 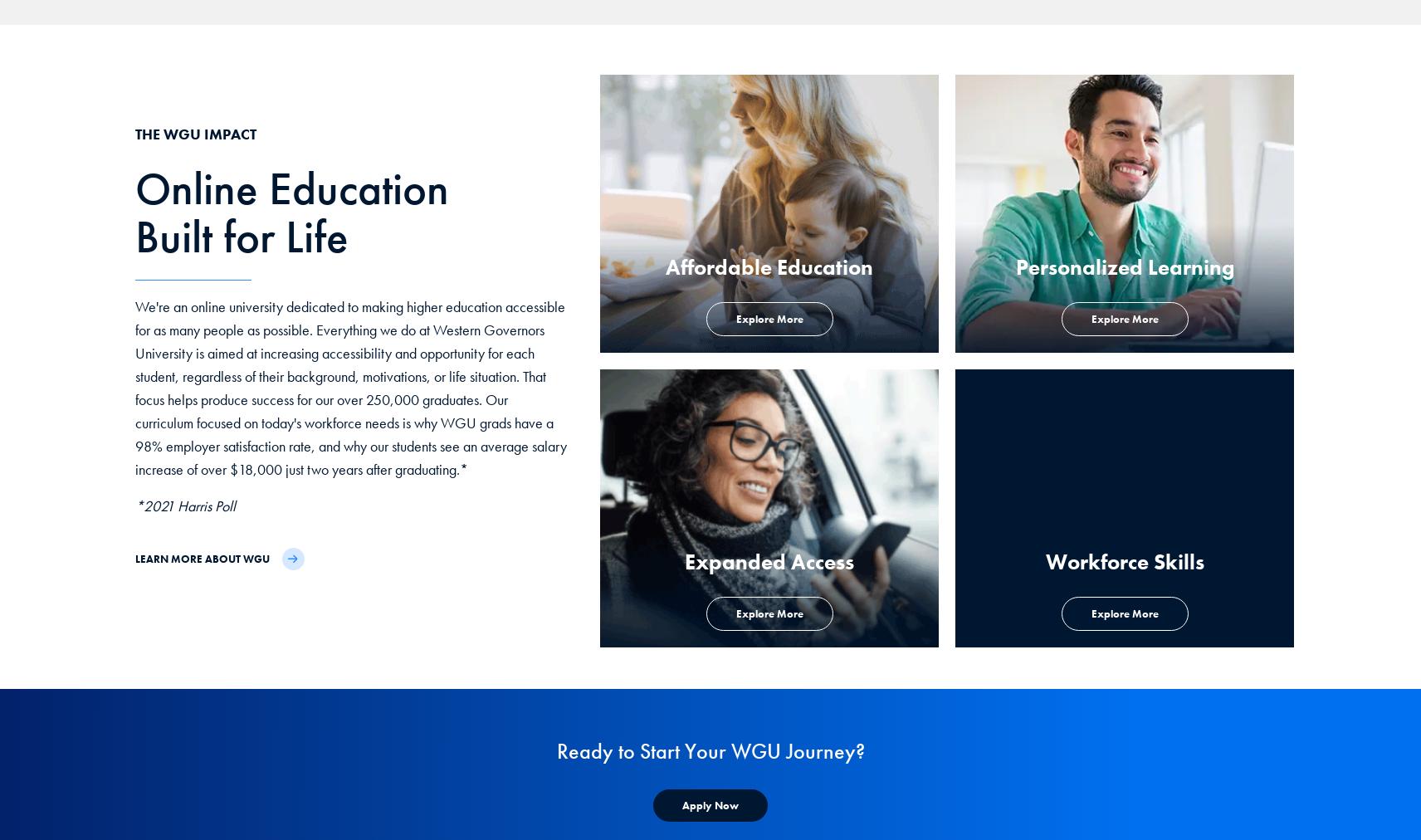 I want to click on '*2021 Harris Poll', so click(x=184, y=504).